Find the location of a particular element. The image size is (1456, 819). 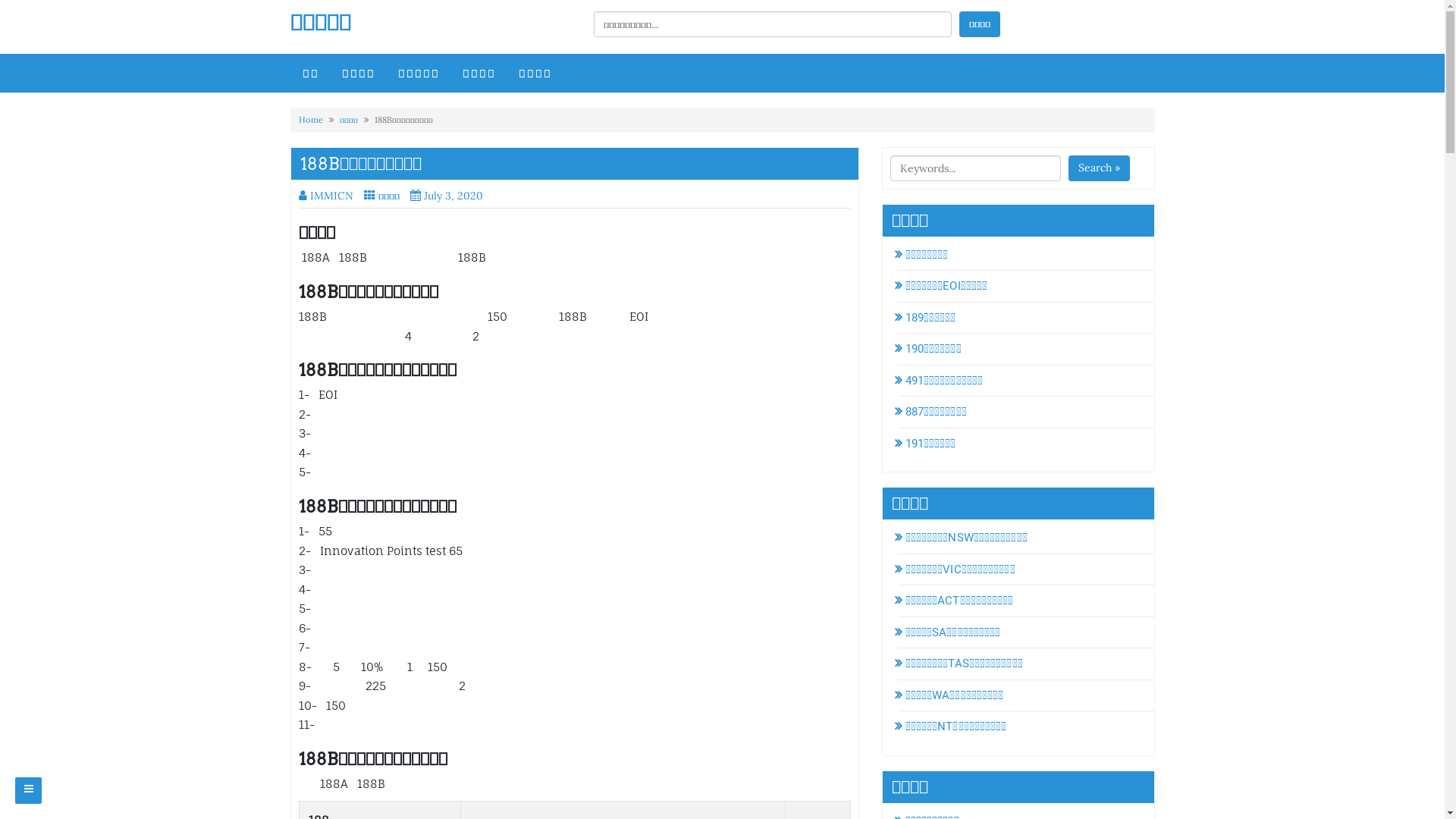

'Home' is located at coordinates (309, 119).